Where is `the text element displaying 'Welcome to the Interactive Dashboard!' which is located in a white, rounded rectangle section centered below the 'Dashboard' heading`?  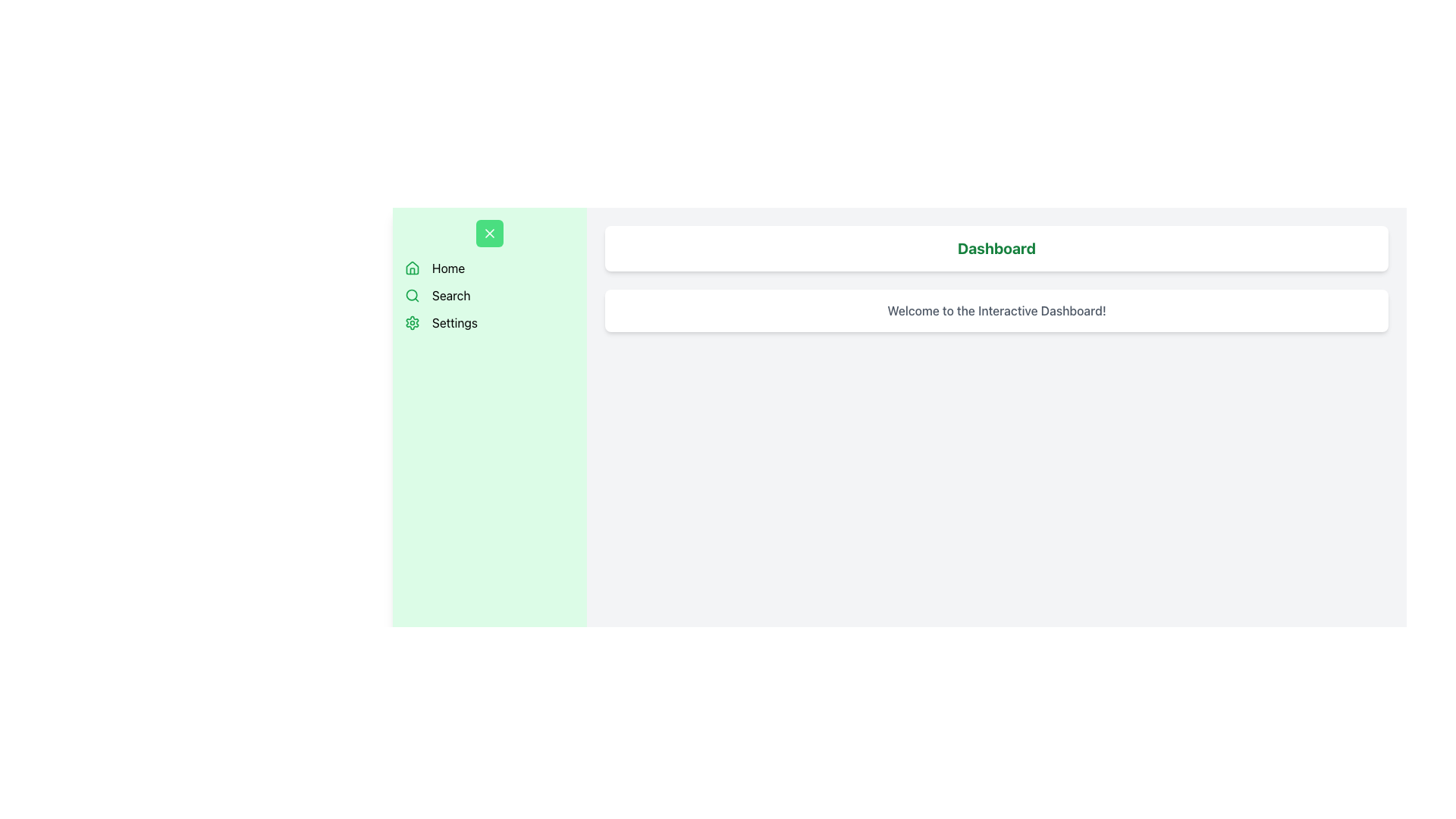
the text element displaying 'Welcome to the Interactive Dashboard!' which is located in a white, rounded rectangle section centered below the 'Dashboard' heading is located at coordinates (996, 309).